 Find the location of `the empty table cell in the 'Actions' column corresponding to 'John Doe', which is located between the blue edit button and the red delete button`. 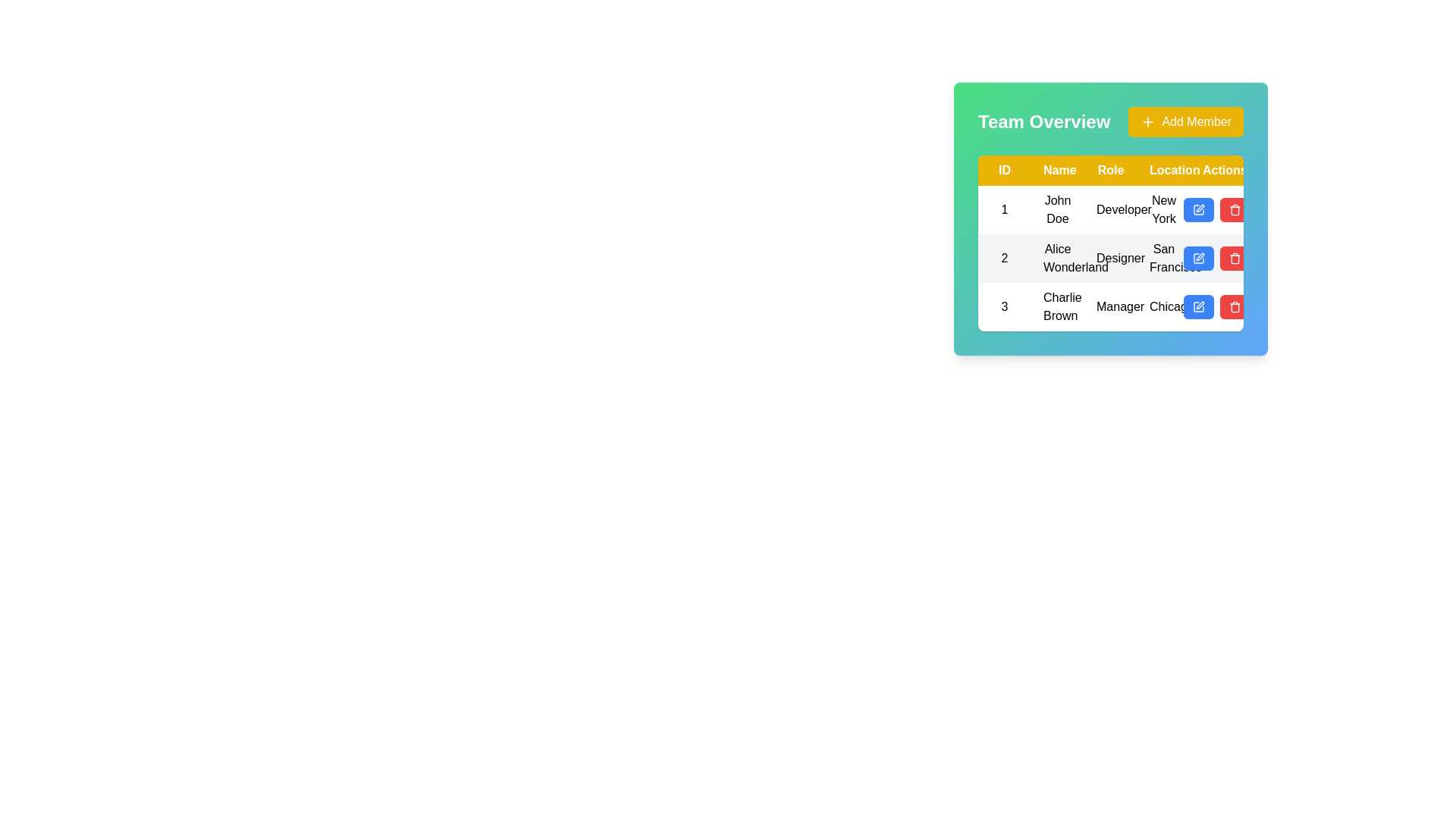

the empty table cell in the 'Actions' column corresponding to 'John Doe', which is located between the blue edit button and the red delete button is located at coordinates (1216, 210).